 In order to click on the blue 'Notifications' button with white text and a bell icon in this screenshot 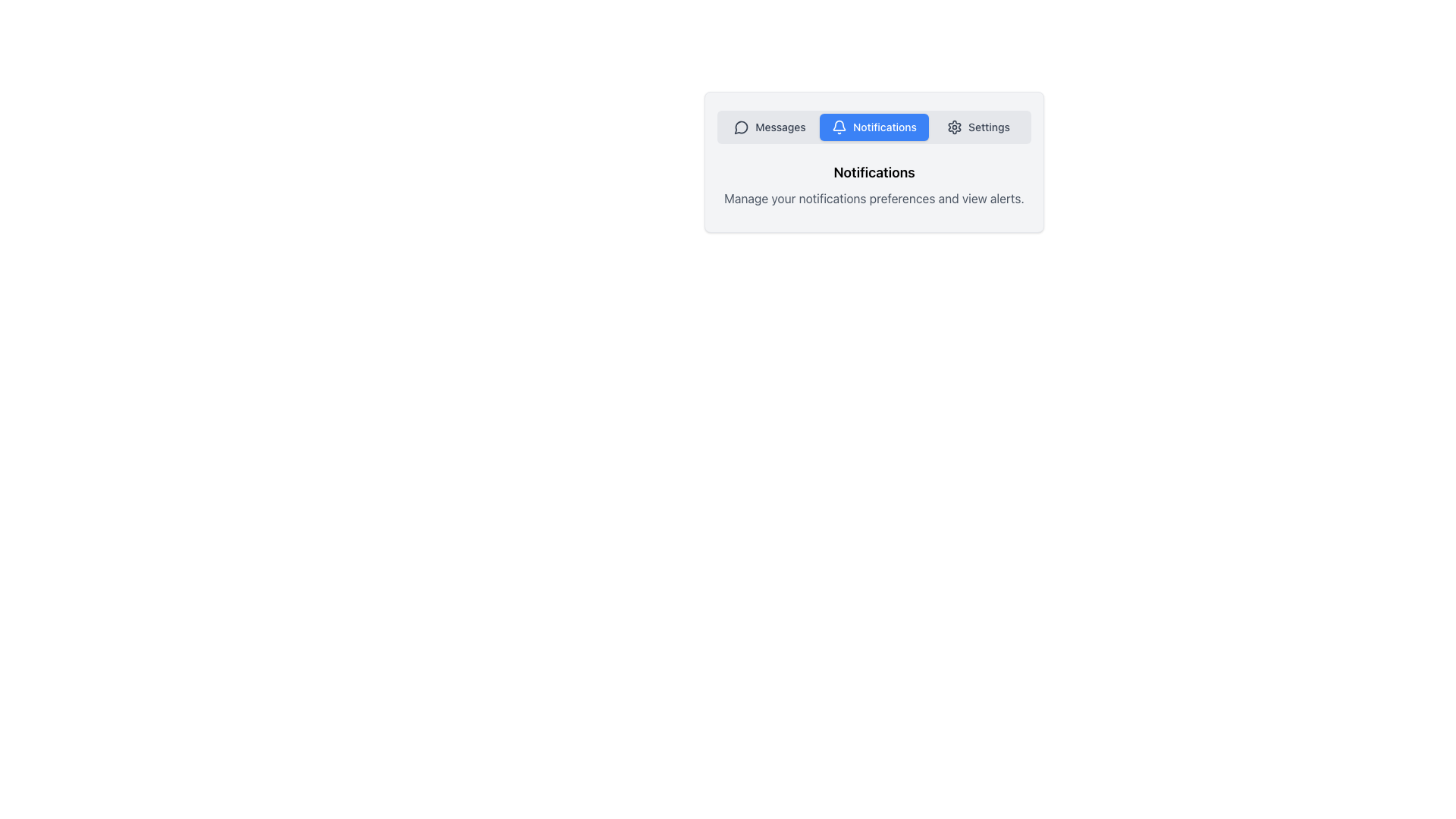, I will do `click(874, 127)`.